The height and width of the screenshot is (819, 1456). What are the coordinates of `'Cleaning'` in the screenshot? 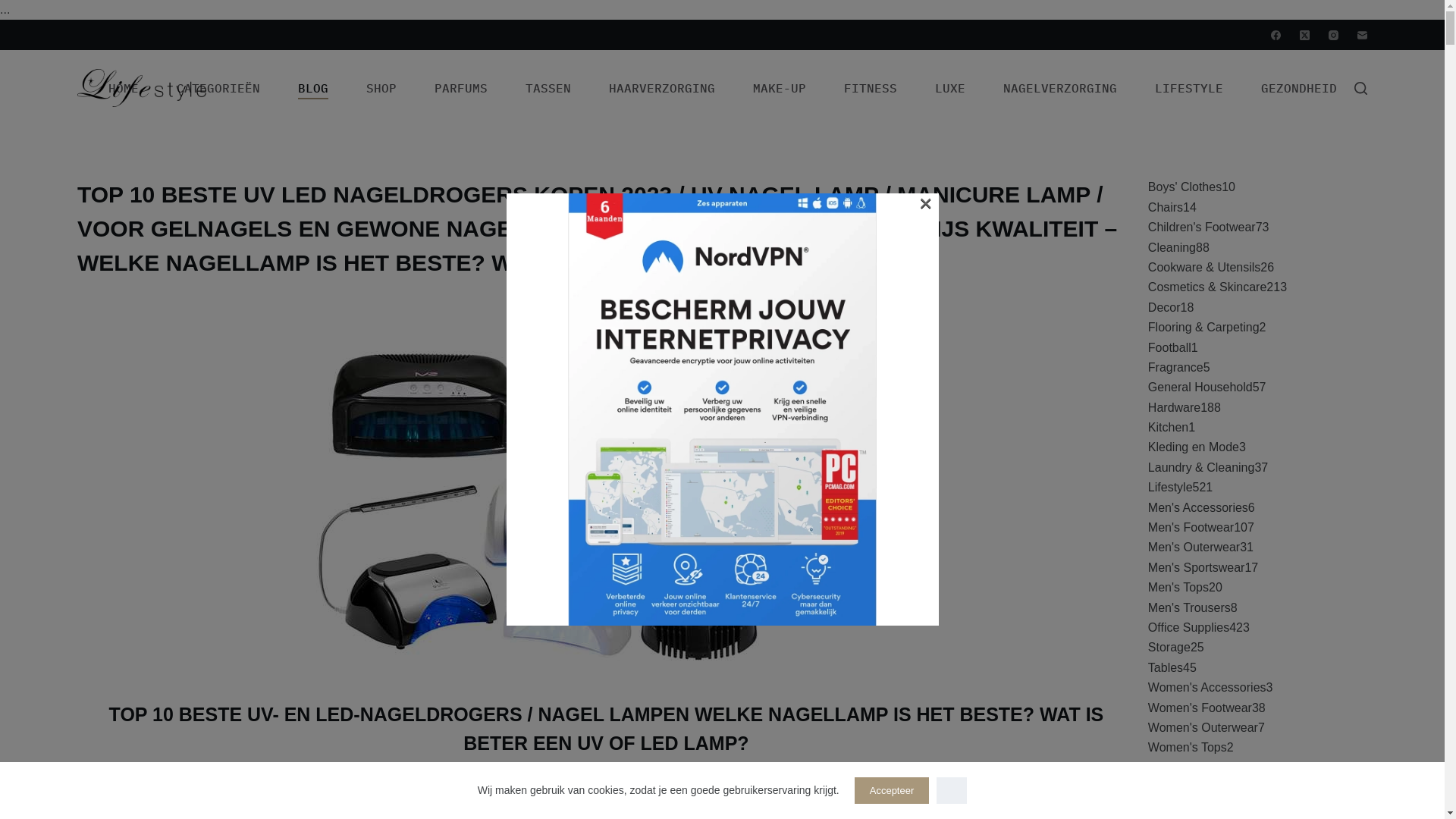 It's located at (1171, 246).